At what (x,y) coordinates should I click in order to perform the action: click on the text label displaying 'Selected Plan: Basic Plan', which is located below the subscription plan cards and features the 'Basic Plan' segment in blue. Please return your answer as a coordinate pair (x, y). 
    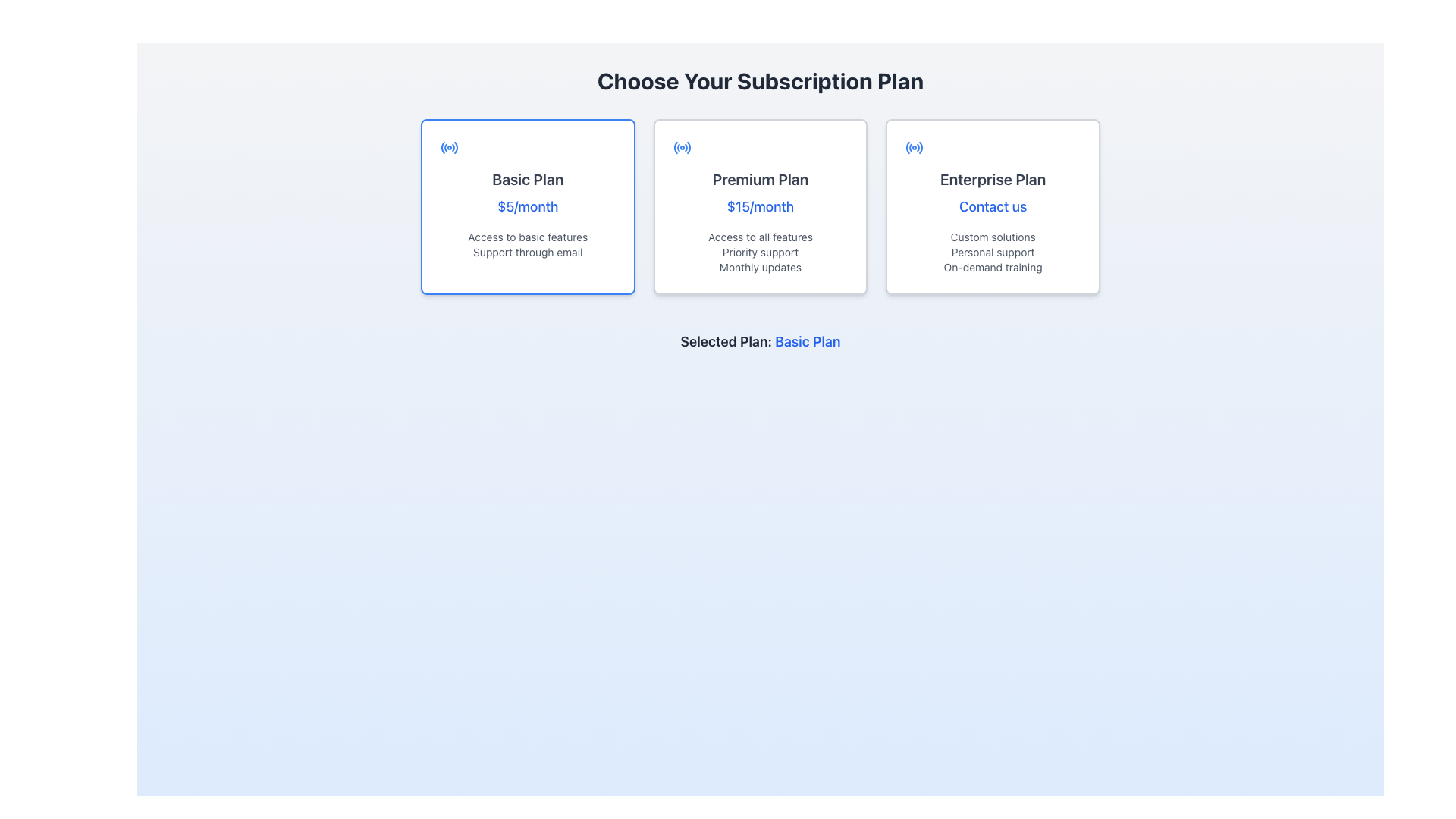
    Looking at the image, I should click on (761, 342).